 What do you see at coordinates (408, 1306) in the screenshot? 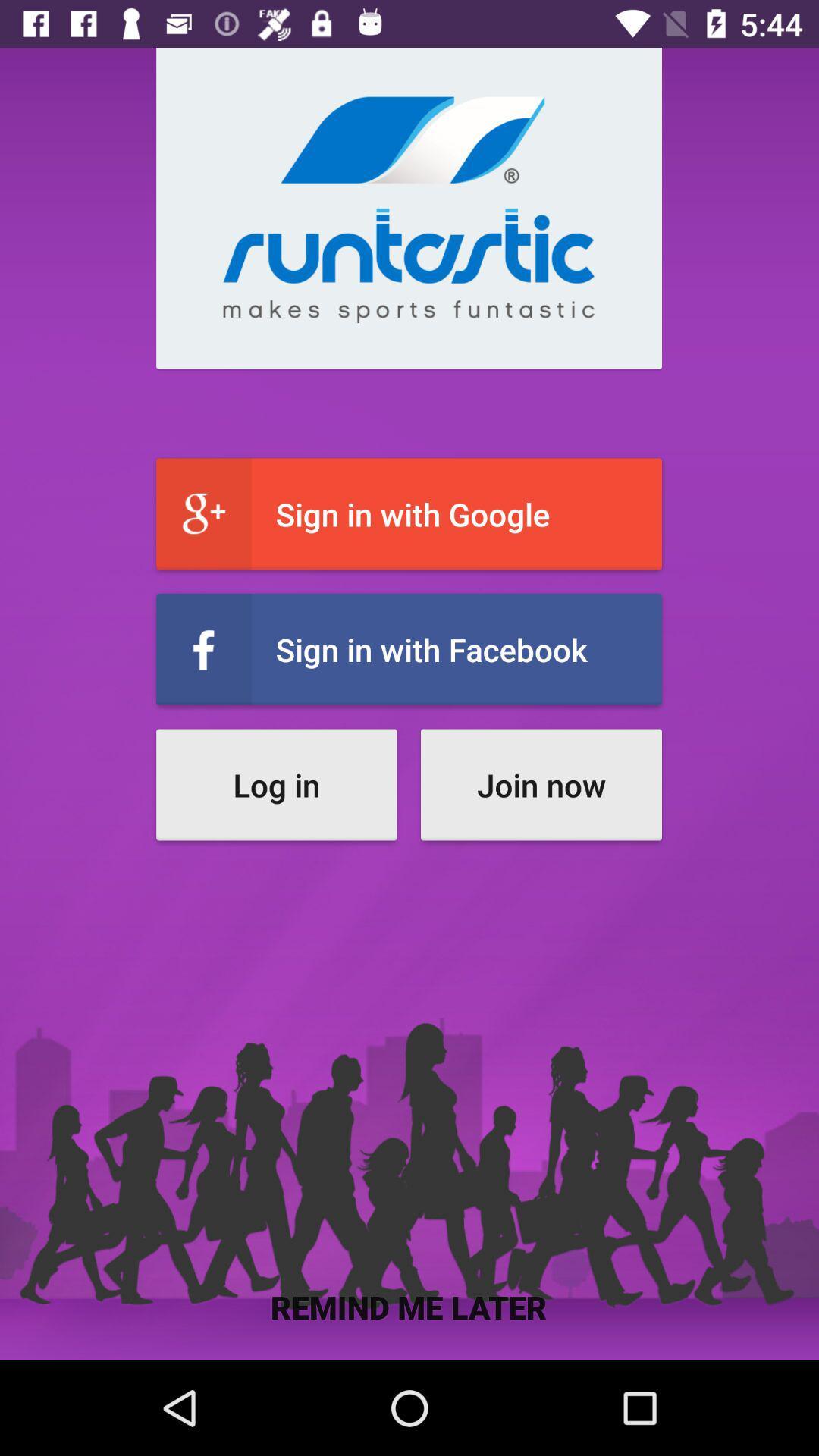
I see `the item below the log in button` at bounding box center [408, 1306].